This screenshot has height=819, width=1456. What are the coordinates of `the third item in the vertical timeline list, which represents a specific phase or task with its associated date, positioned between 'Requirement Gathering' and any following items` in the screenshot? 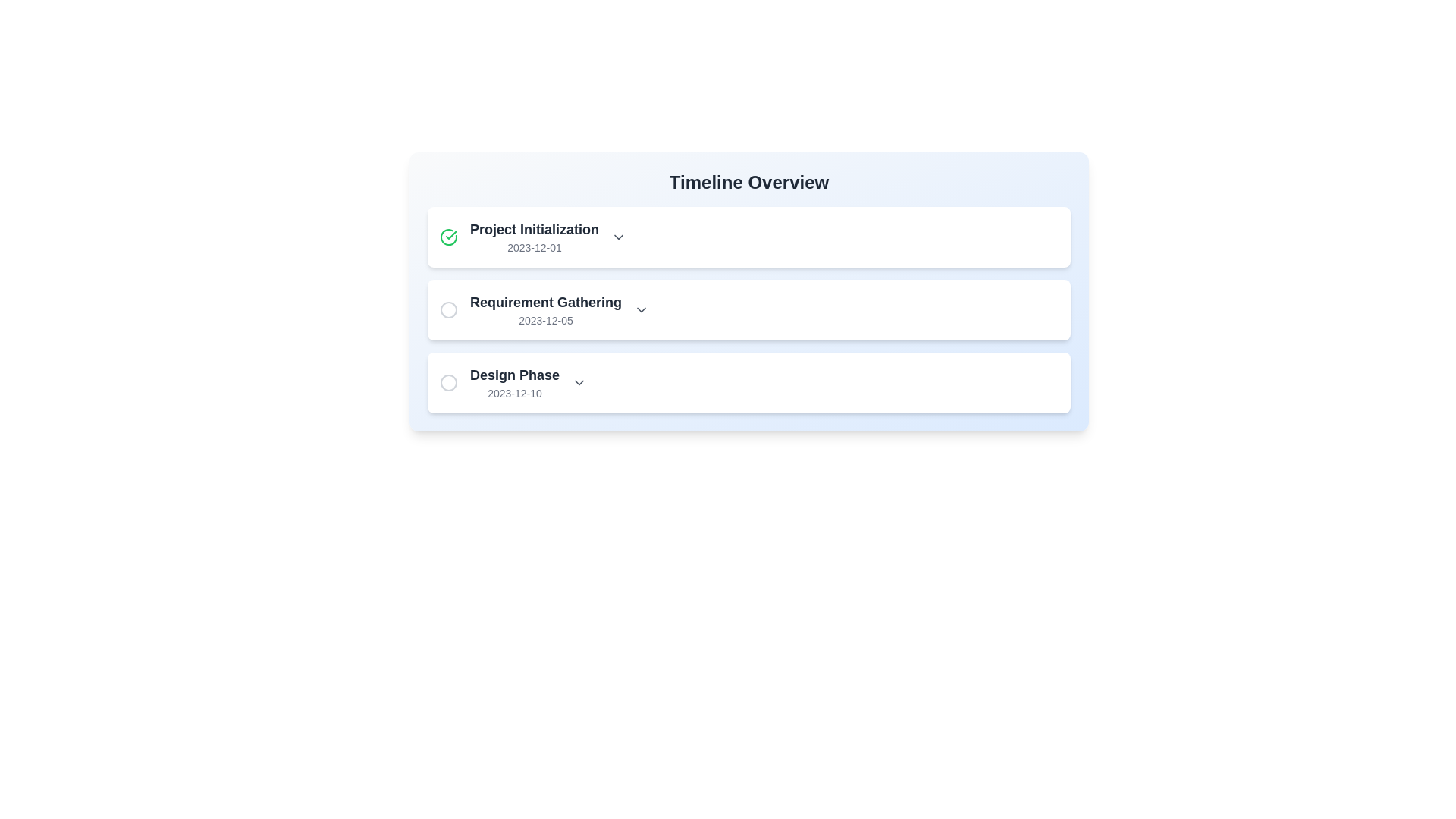 It's located at (749, 382).